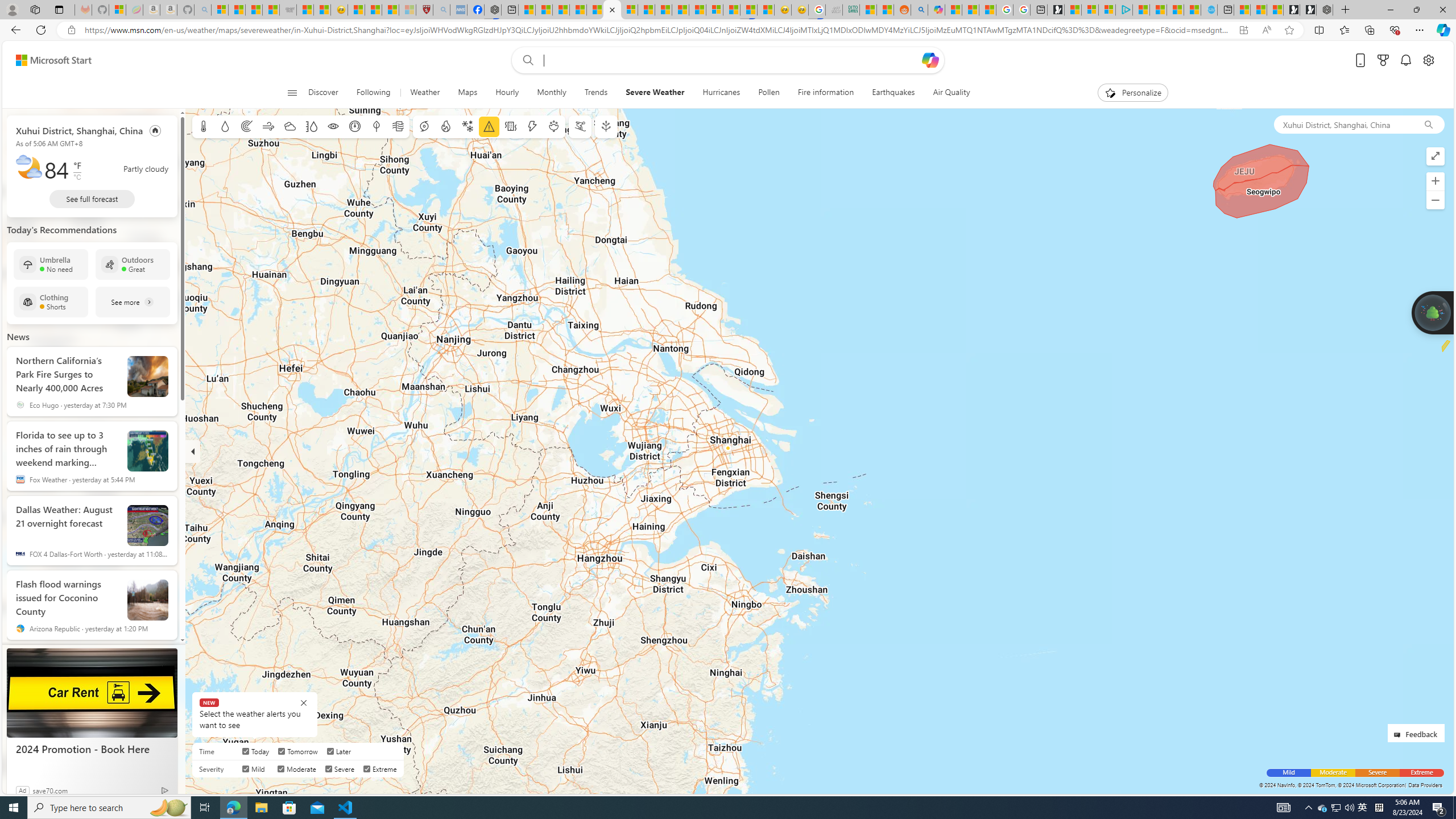 This screenshot has height=819, width=1456. Describe the element at coordinates (67, 595) in the screenshot. I see `'Flash flood warnings issued for Coconino County'` at that location.